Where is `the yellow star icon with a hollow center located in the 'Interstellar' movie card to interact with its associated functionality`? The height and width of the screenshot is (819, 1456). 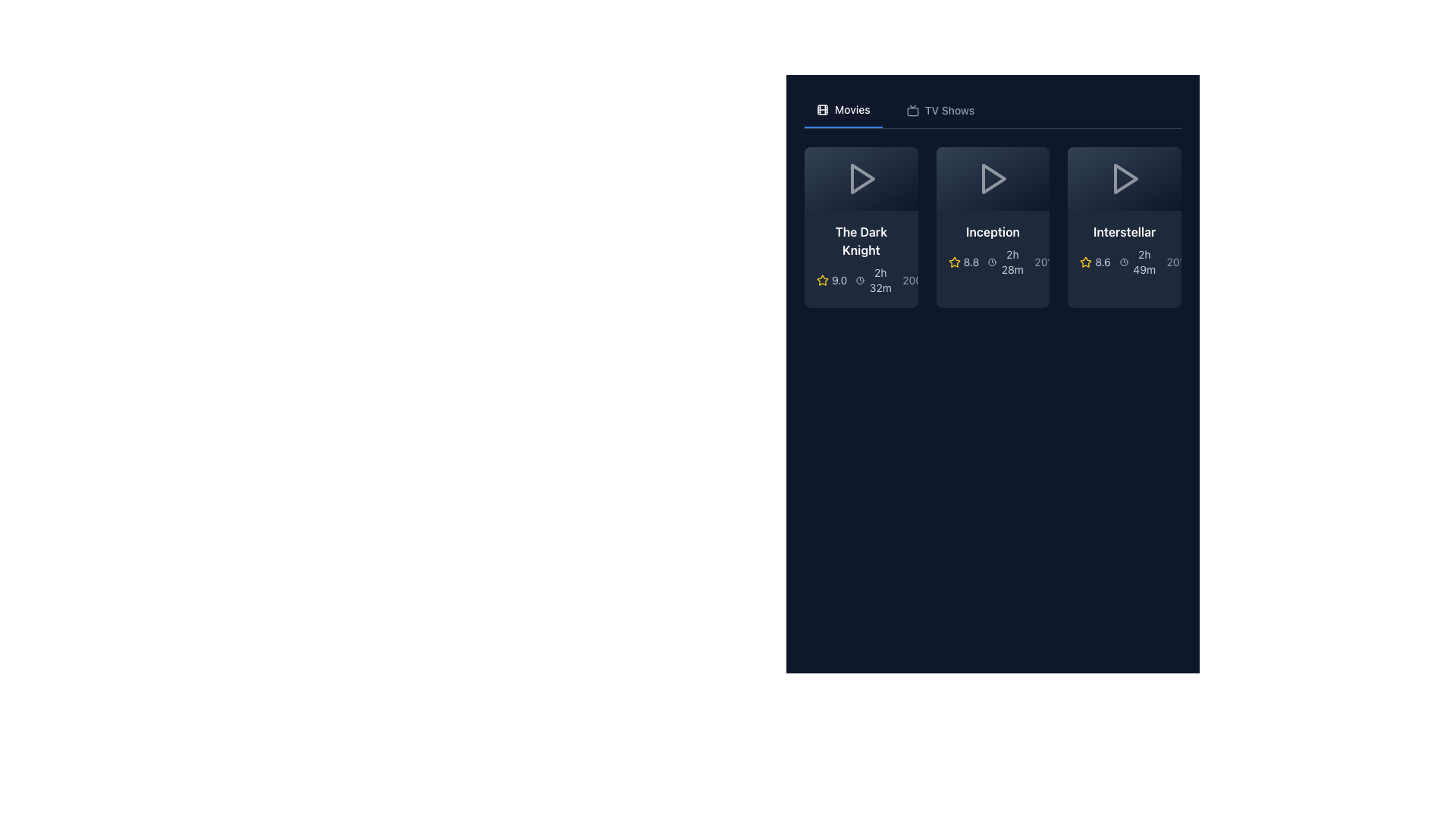 the yellow star icon with a hollow center located in the 'Interstellar' movie card to interact with its associated functionality is located at coordinates (1084, 260).